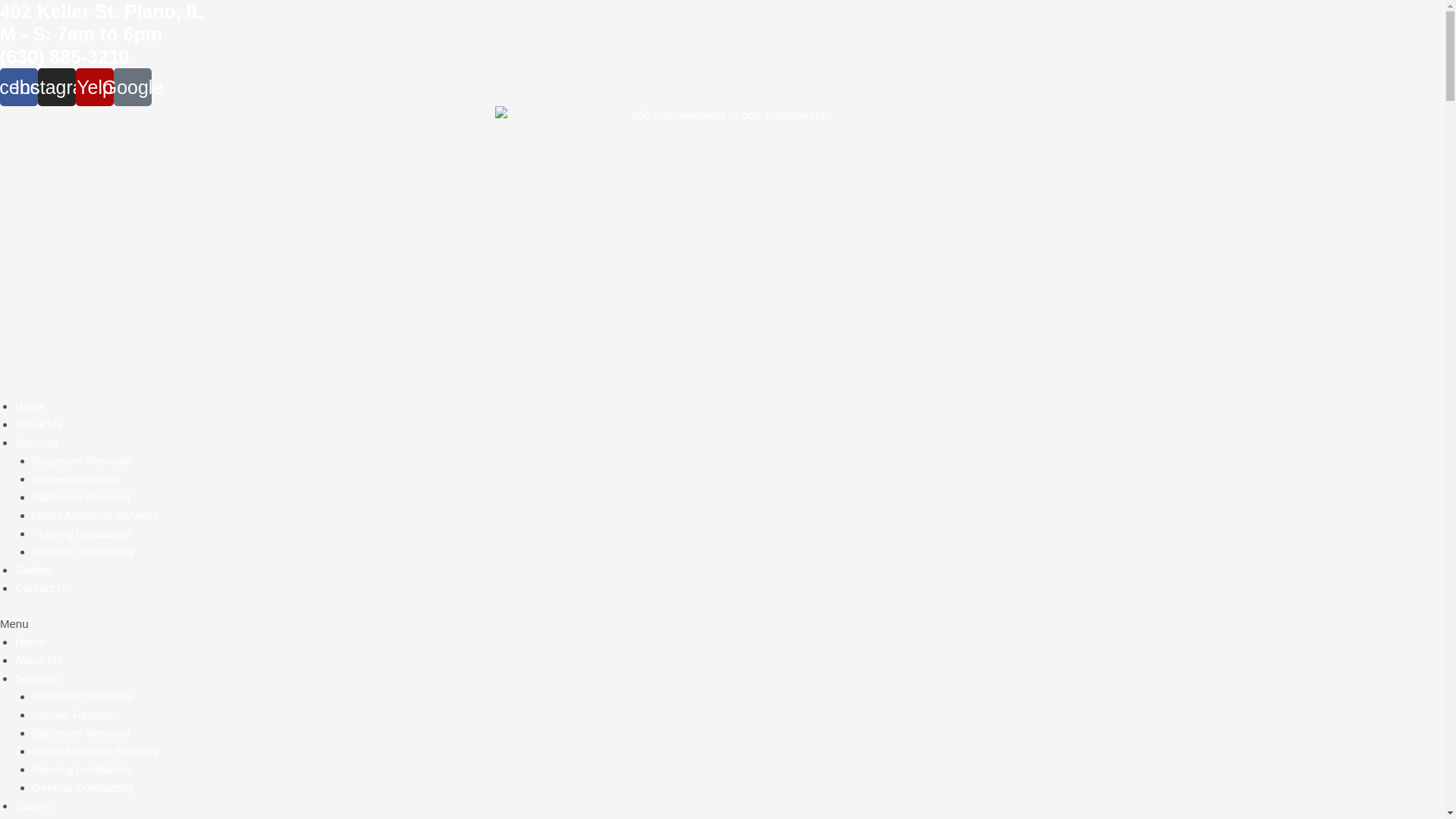 The image size is (1456, 819). What do you see at coordinates (57, 87) in the screenshot?
I see `'Instagram'` at bounding box center [57, 87].